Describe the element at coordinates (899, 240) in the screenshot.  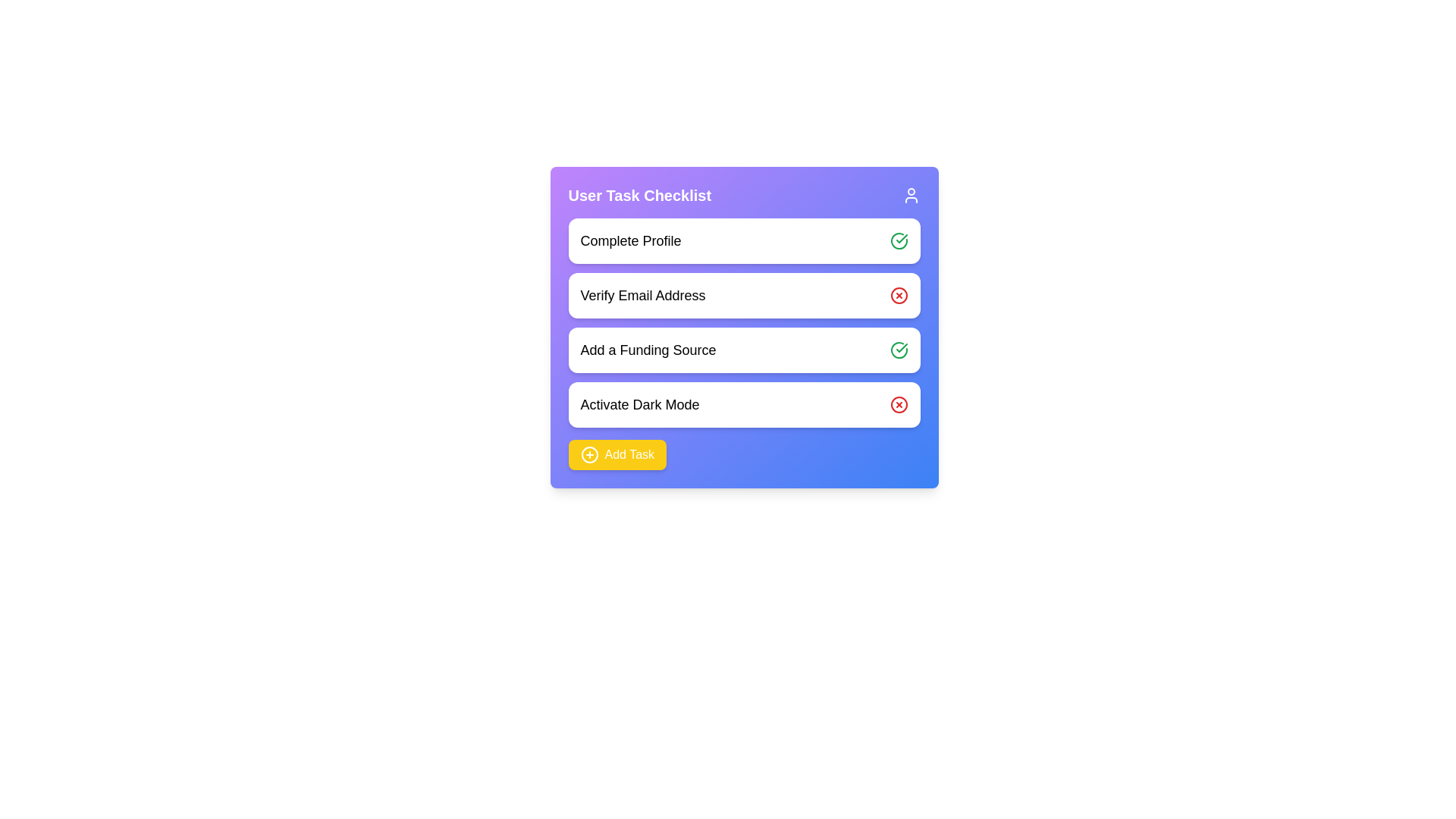
I see `the 'completed' icon indicating that the task 'Complete Profile' is marked as completed, located to the right of the 'Complete Profile' text in the task list` at that location.